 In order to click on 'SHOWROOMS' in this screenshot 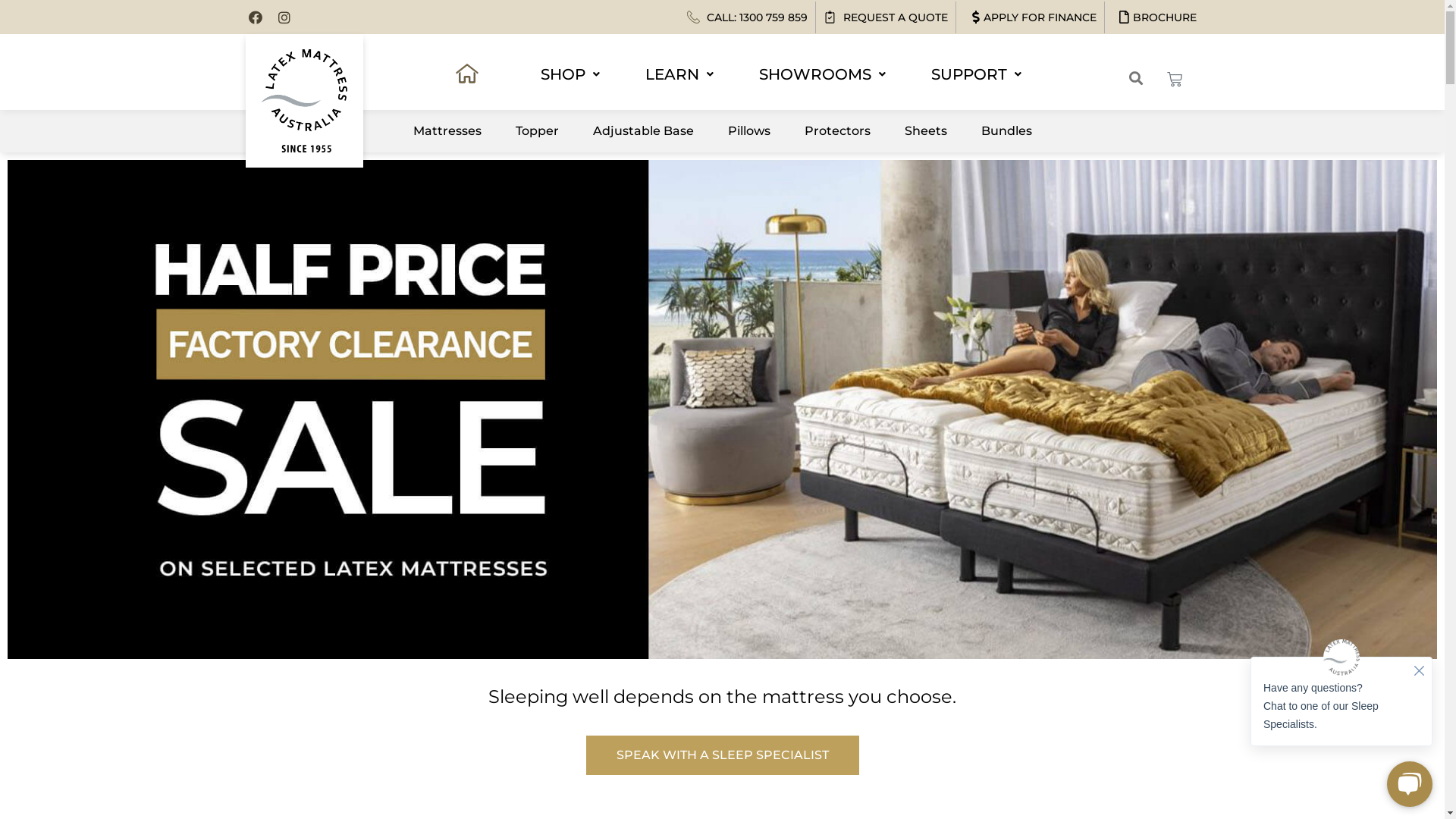, I will do `click(747, 74)`.